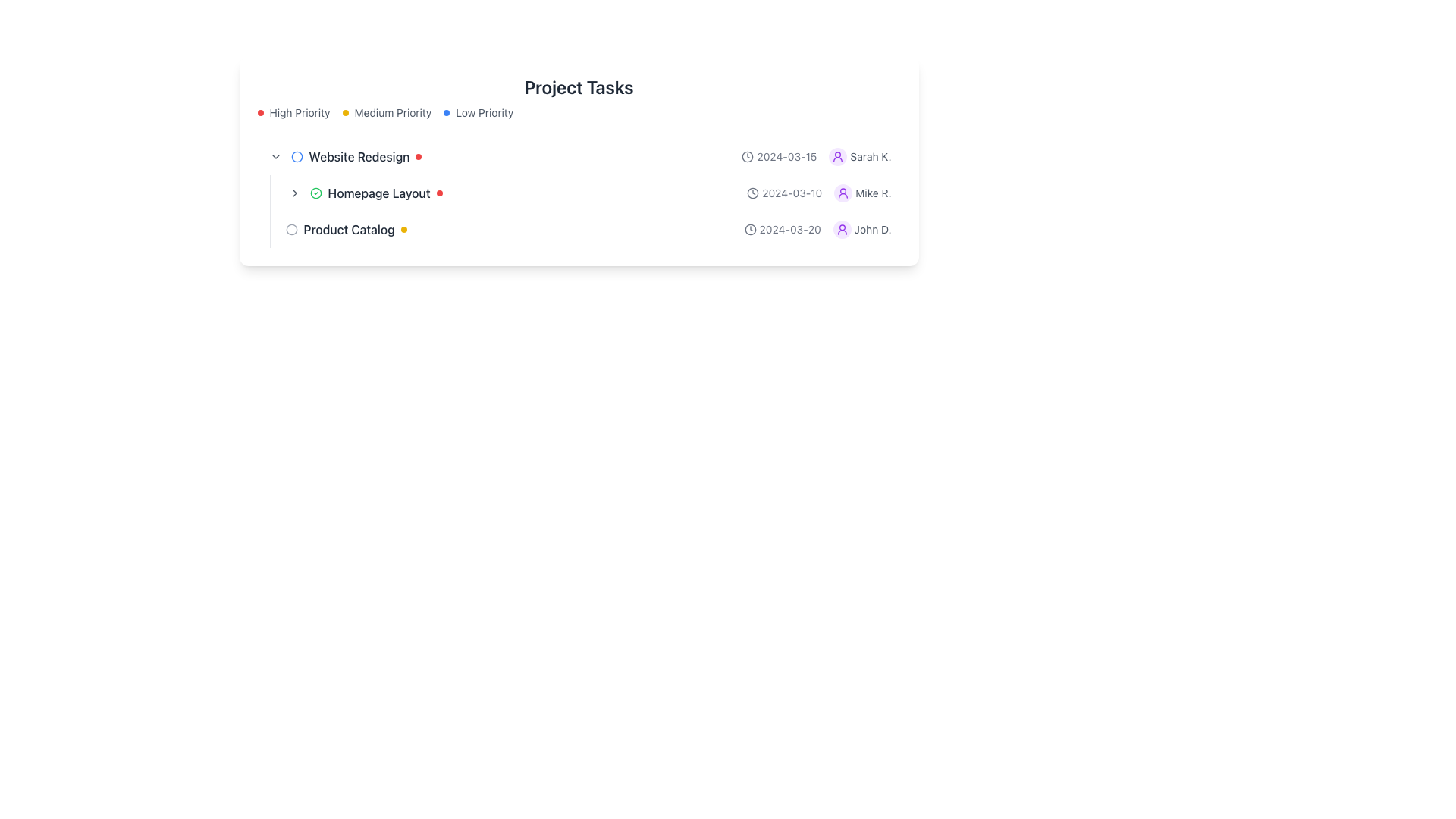  I want to click on the circular icon with a light purple background representing a user profile silhouette, located to the left of the username 'John D.' in the project task list, so click(841, 230).